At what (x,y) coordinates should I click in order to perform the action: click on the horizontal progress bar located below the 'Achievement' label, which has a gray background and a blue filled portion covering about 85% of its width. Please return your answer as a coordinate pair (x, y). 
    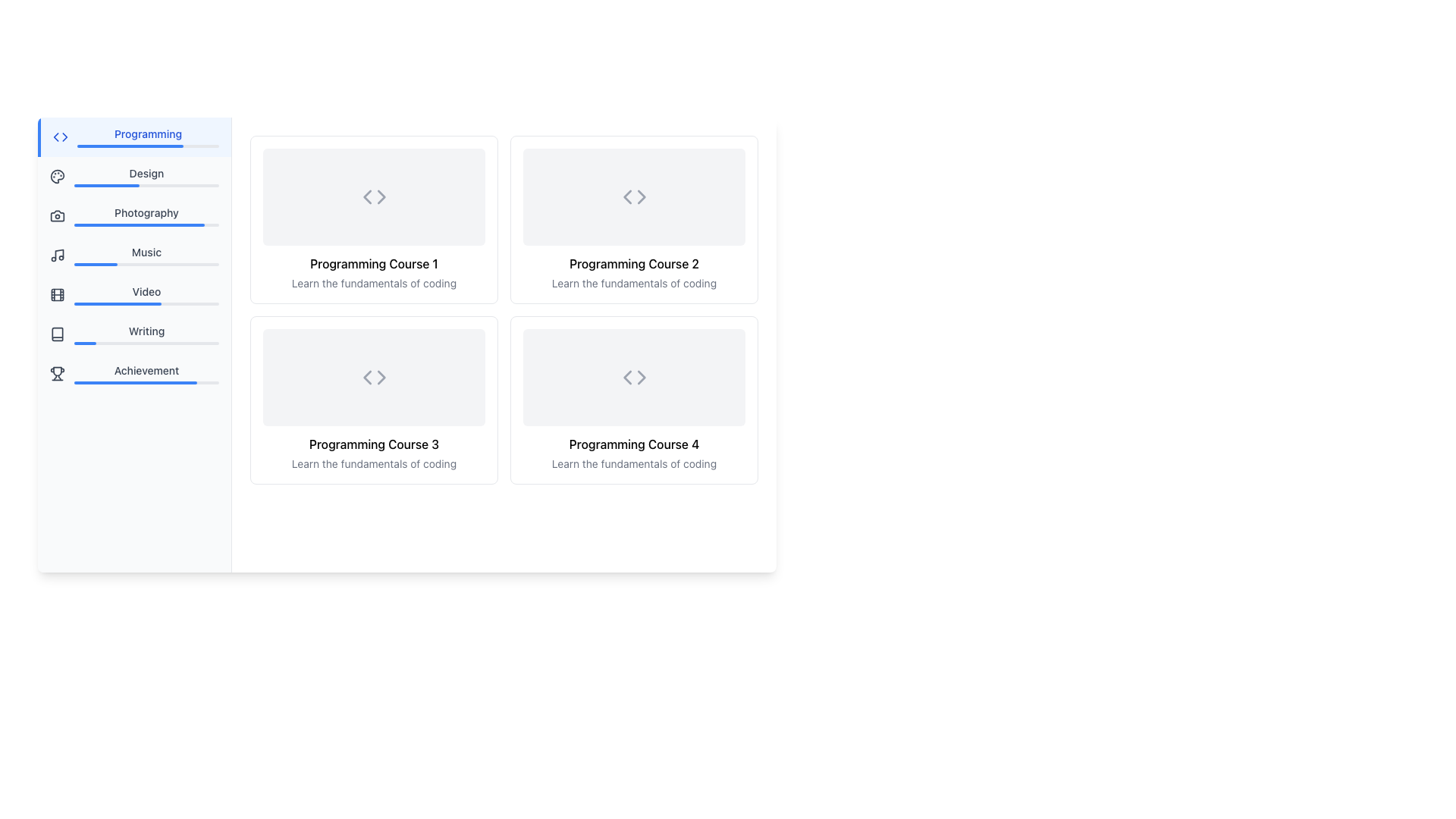
    Looking at the image, I should click on (146, 382).